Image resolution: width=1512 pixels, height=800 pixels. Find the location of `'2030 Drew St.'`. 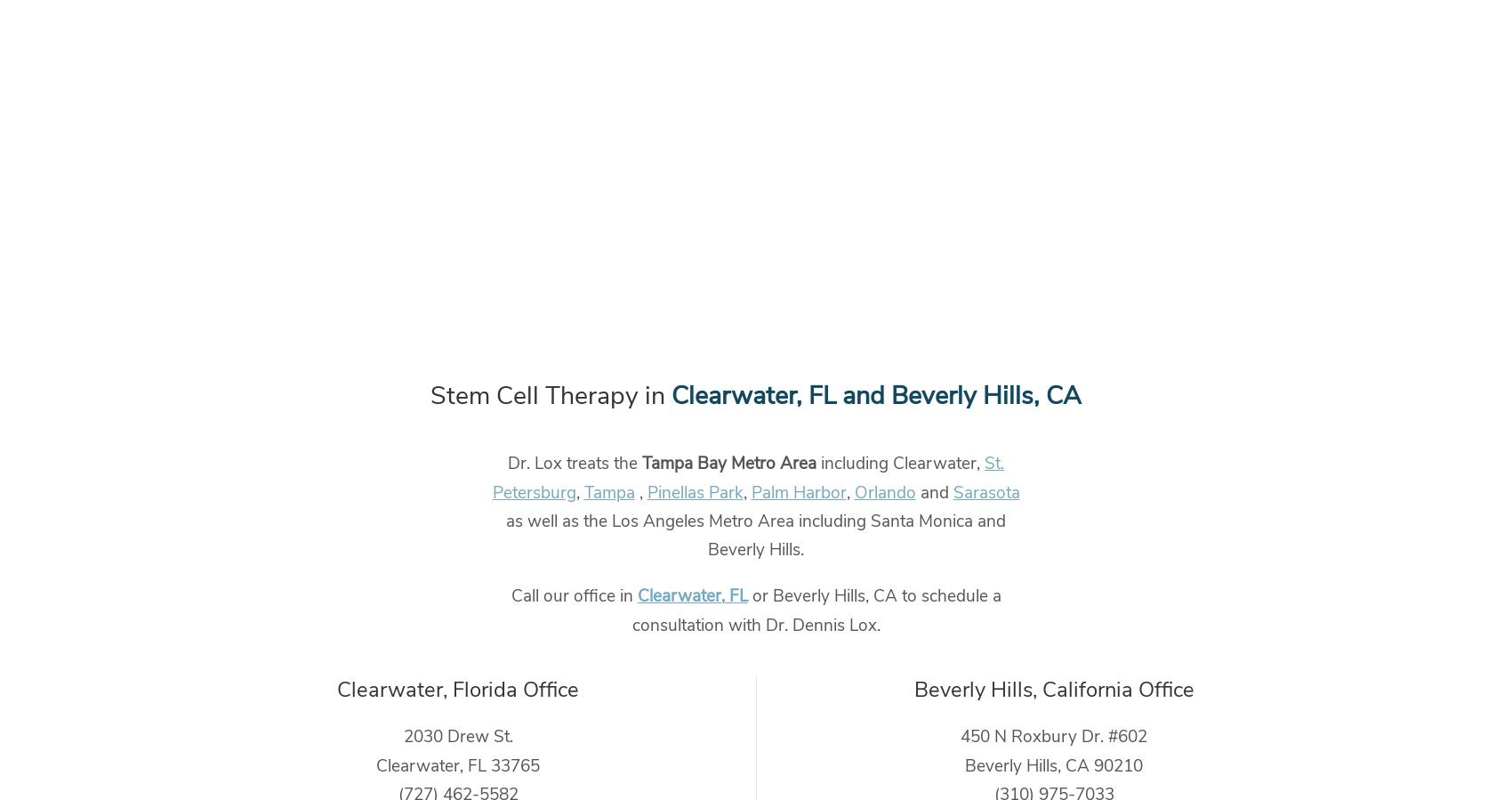

'2030 Drew St.' is located at coordinates (403, 736).